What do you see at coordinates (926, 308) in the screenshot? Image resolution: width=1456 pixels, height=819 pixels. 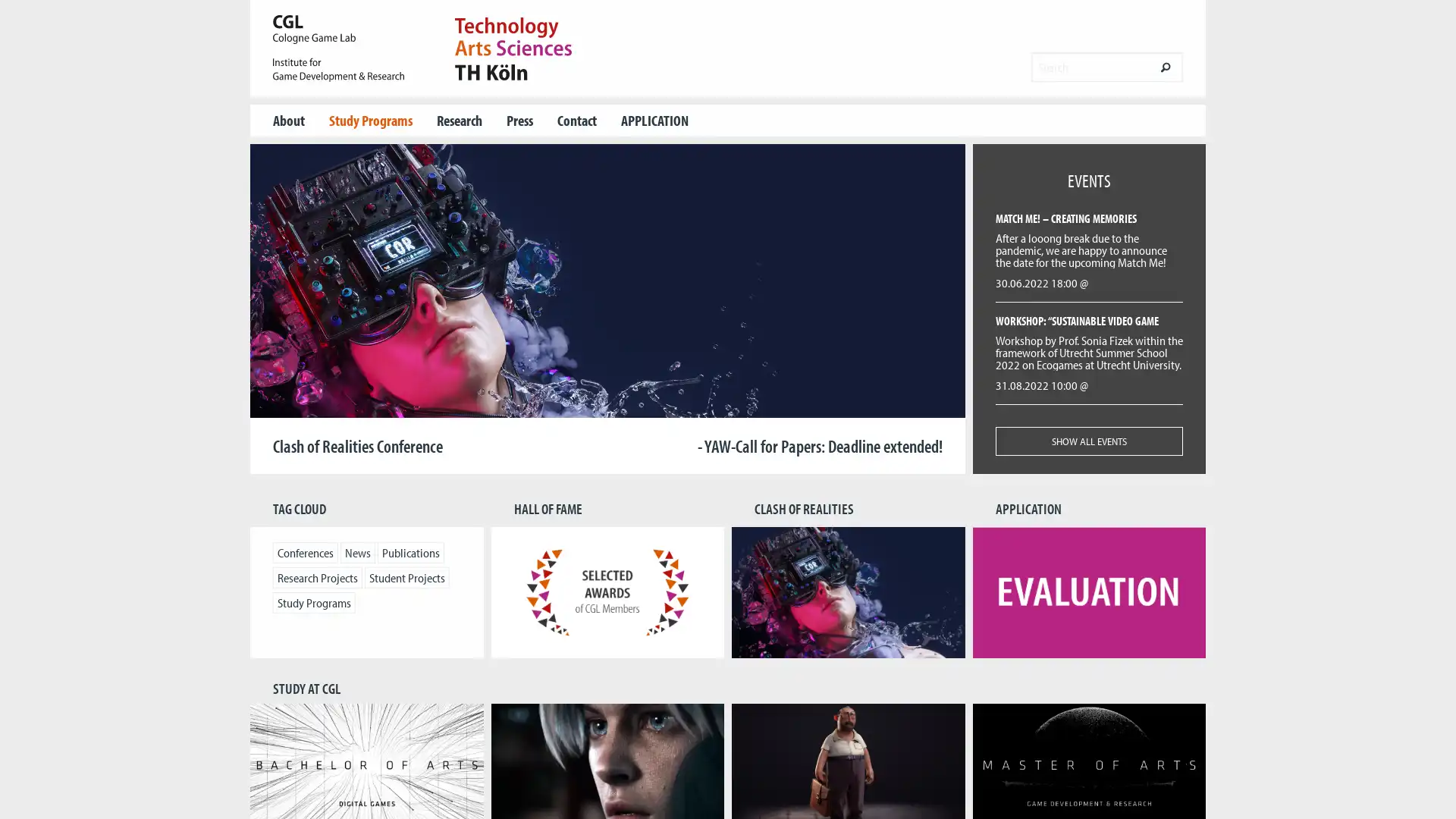 I see `next arrow` at bounding box center [926, 308].